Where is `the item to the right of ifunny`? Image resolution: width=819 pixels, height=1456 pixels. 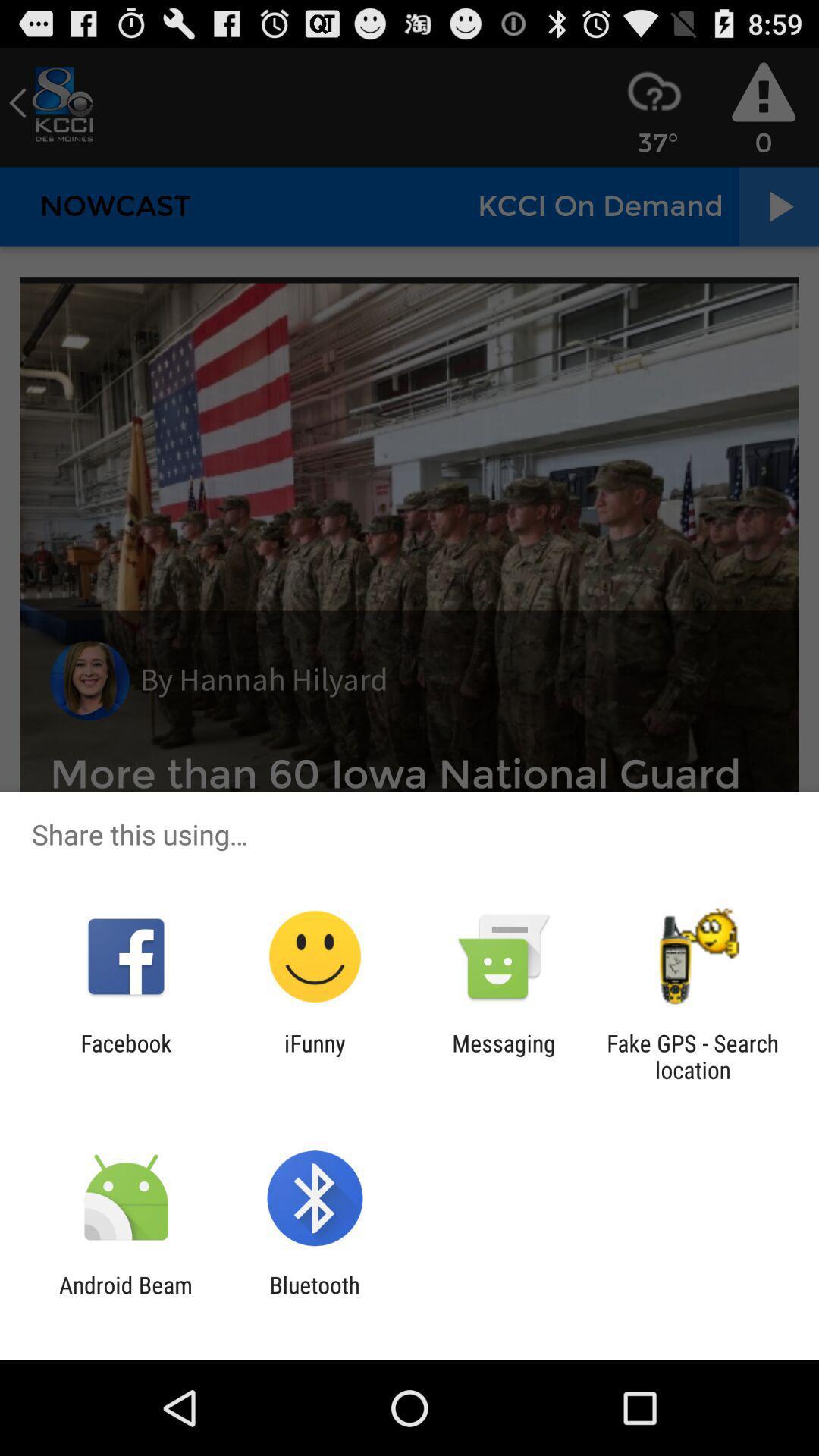
the item to the right of ifunny is located at coordinates (504, 1056).